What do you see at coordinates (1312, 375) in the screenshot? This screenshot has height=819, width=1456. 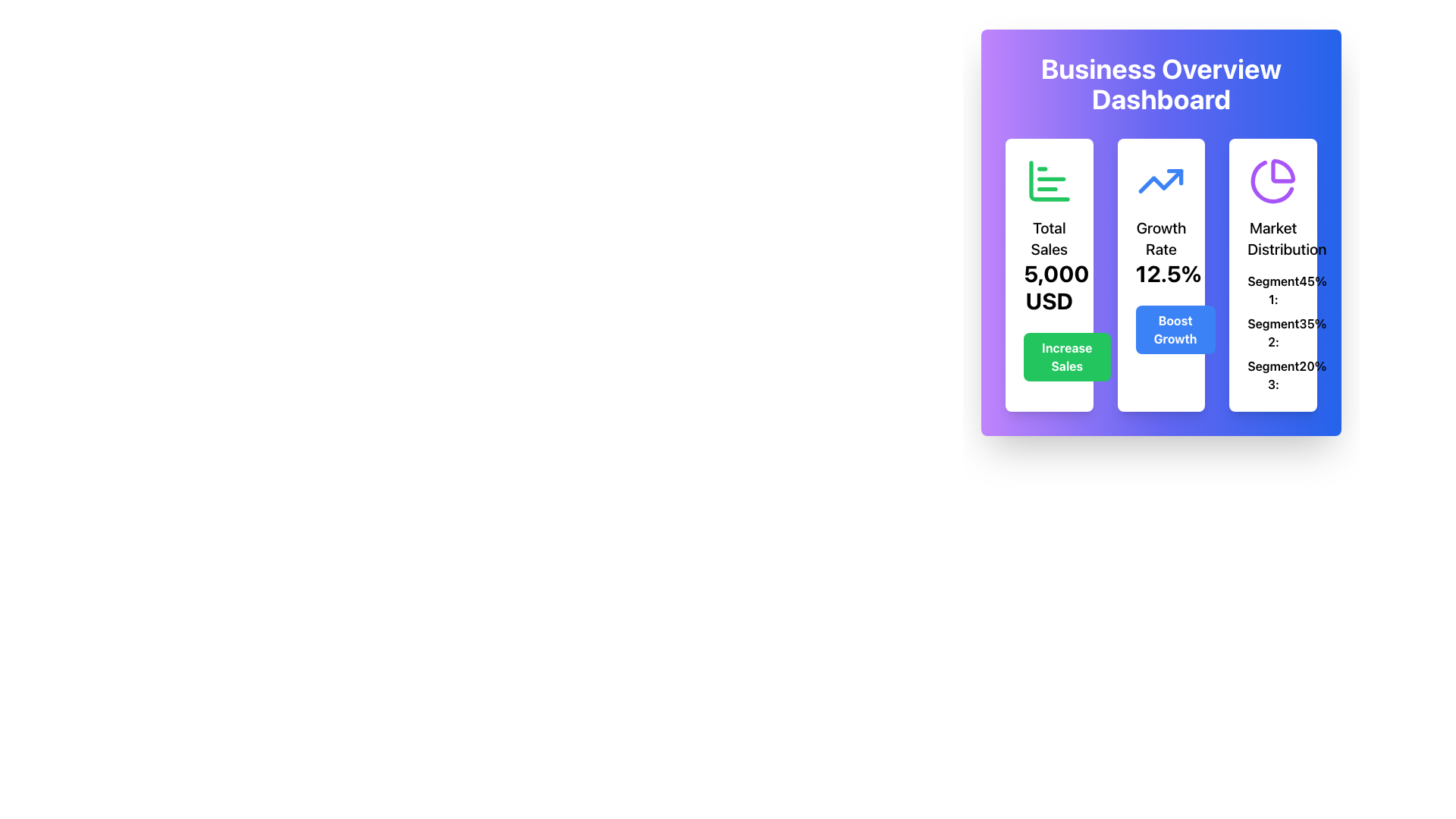 I see `Text Label indicating the percentage value for Segment 3 in the Market Distribution section, which displays 'Segment 3:20%'` at bounding box center [1312, 375].